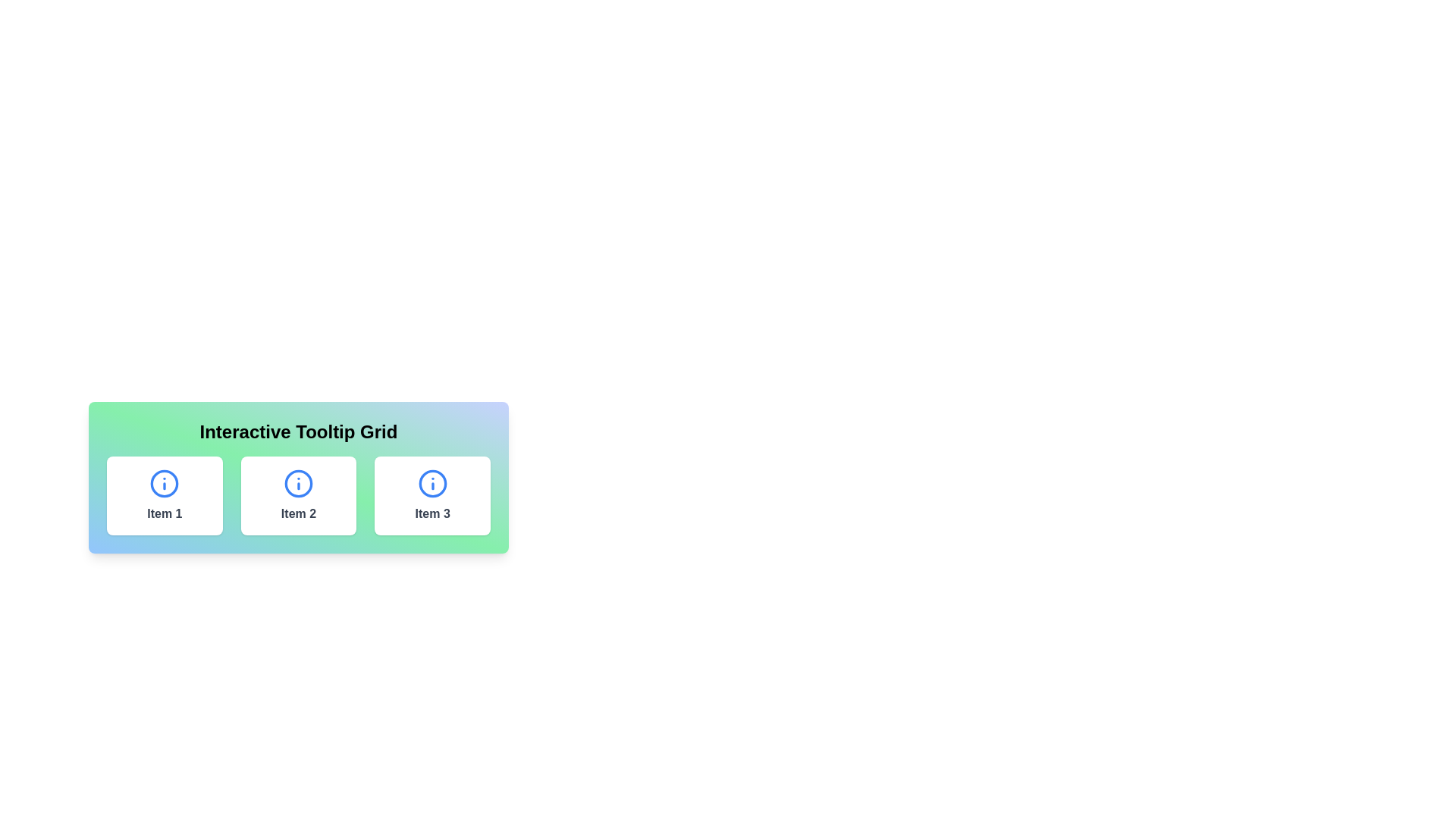 The height and width of the screenshot is (819, 1456). Describe the element at coordinates (165, 513) in the screenshot. I see `the small gray bold text label that reads 'Item 1', located below the blue circular information icon in the first item of the horizontally aligned cards within the 'Interactive Tooltip Grid'` at that location.